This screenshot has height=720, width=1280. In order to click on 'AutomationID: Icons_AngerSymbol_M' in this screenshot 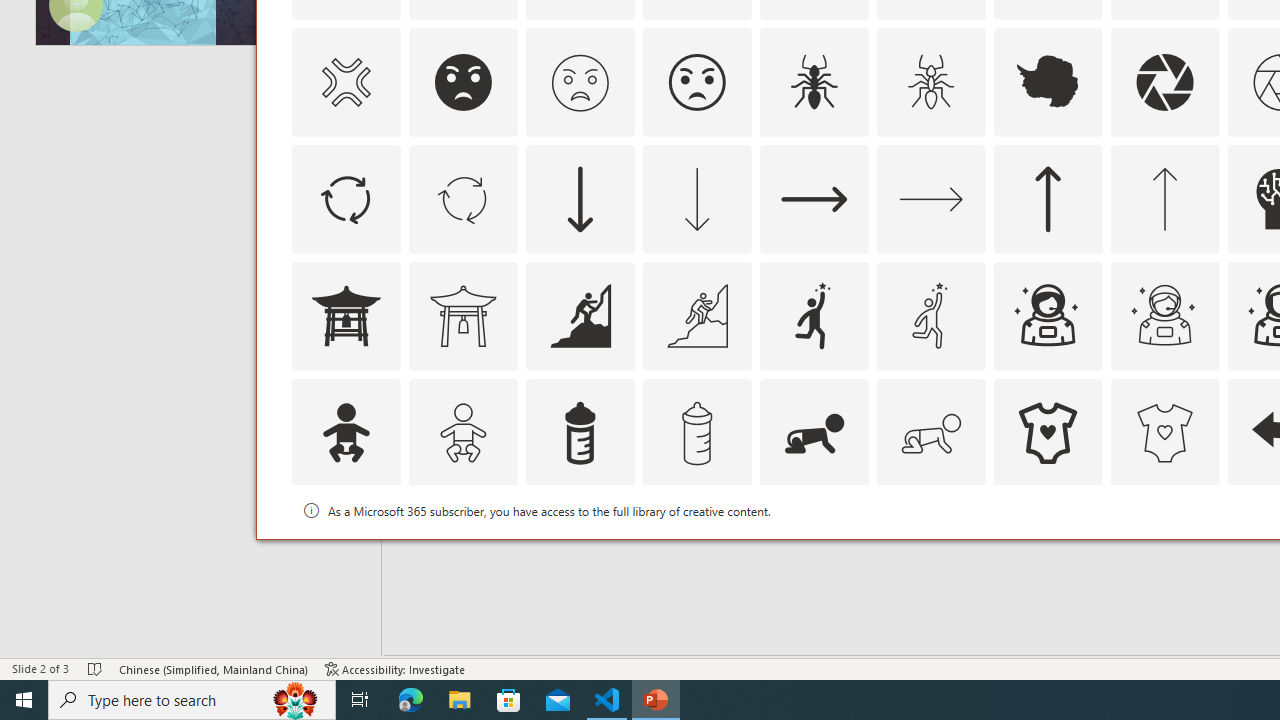, I will do `click(345, 81)`.